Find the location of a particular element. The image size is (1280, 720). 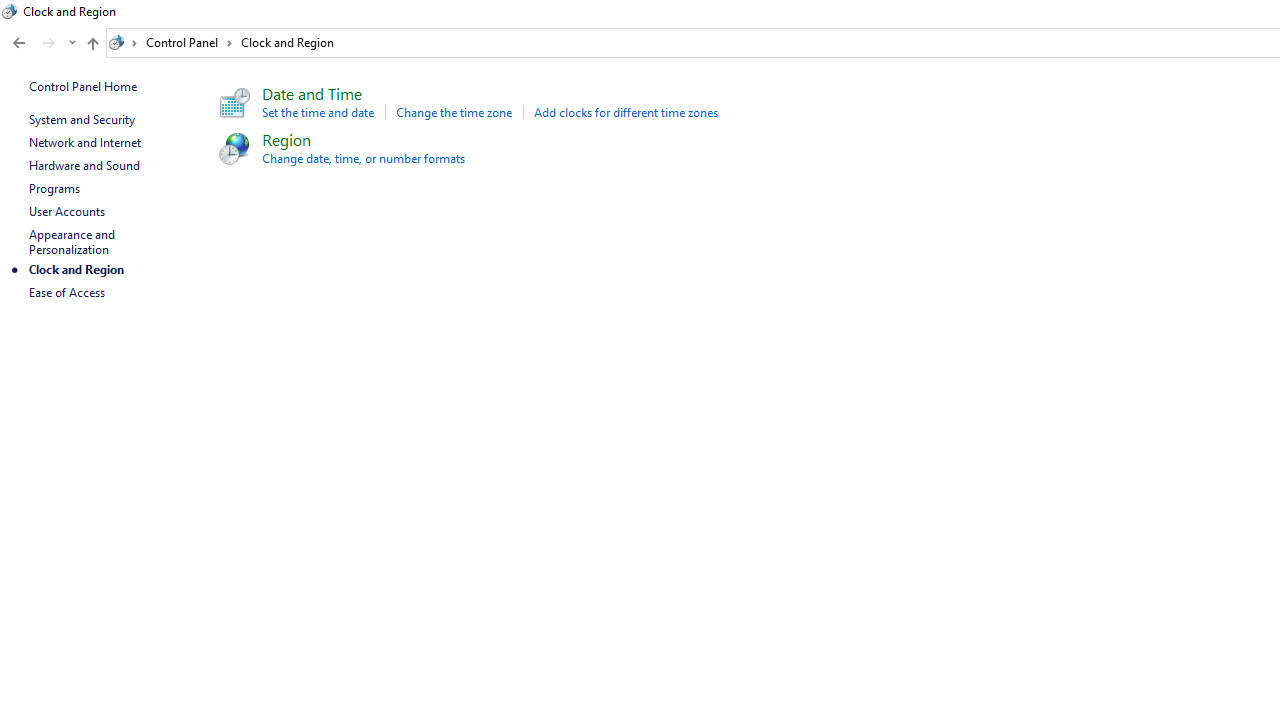

'Forward (Alt + Right Arrow)' is located at coordinates (49, 43).